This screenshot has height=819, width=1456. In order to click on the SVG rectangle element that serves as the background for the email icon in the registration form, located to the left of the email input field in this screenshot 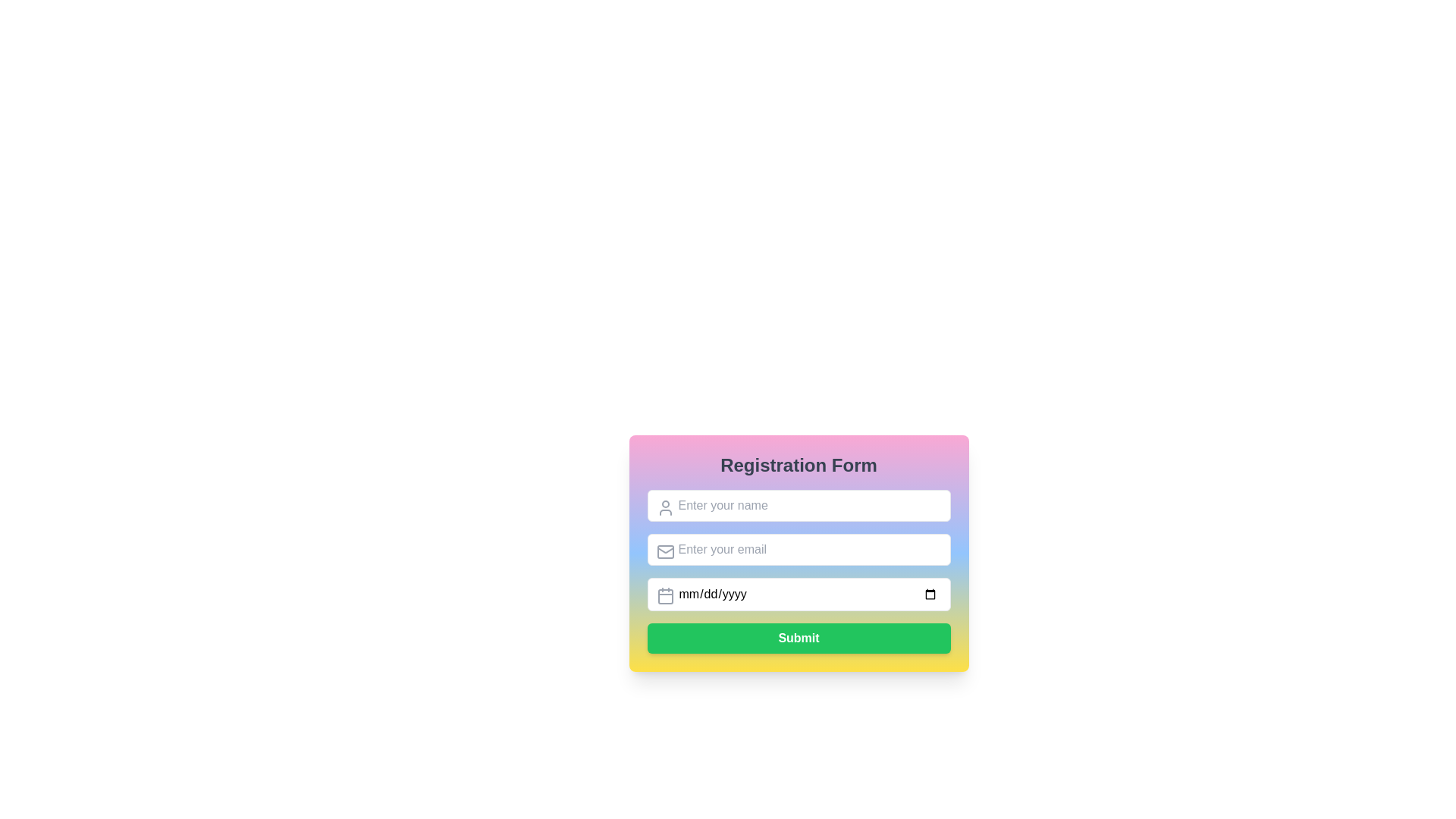, I will do `click(665, 552)`.